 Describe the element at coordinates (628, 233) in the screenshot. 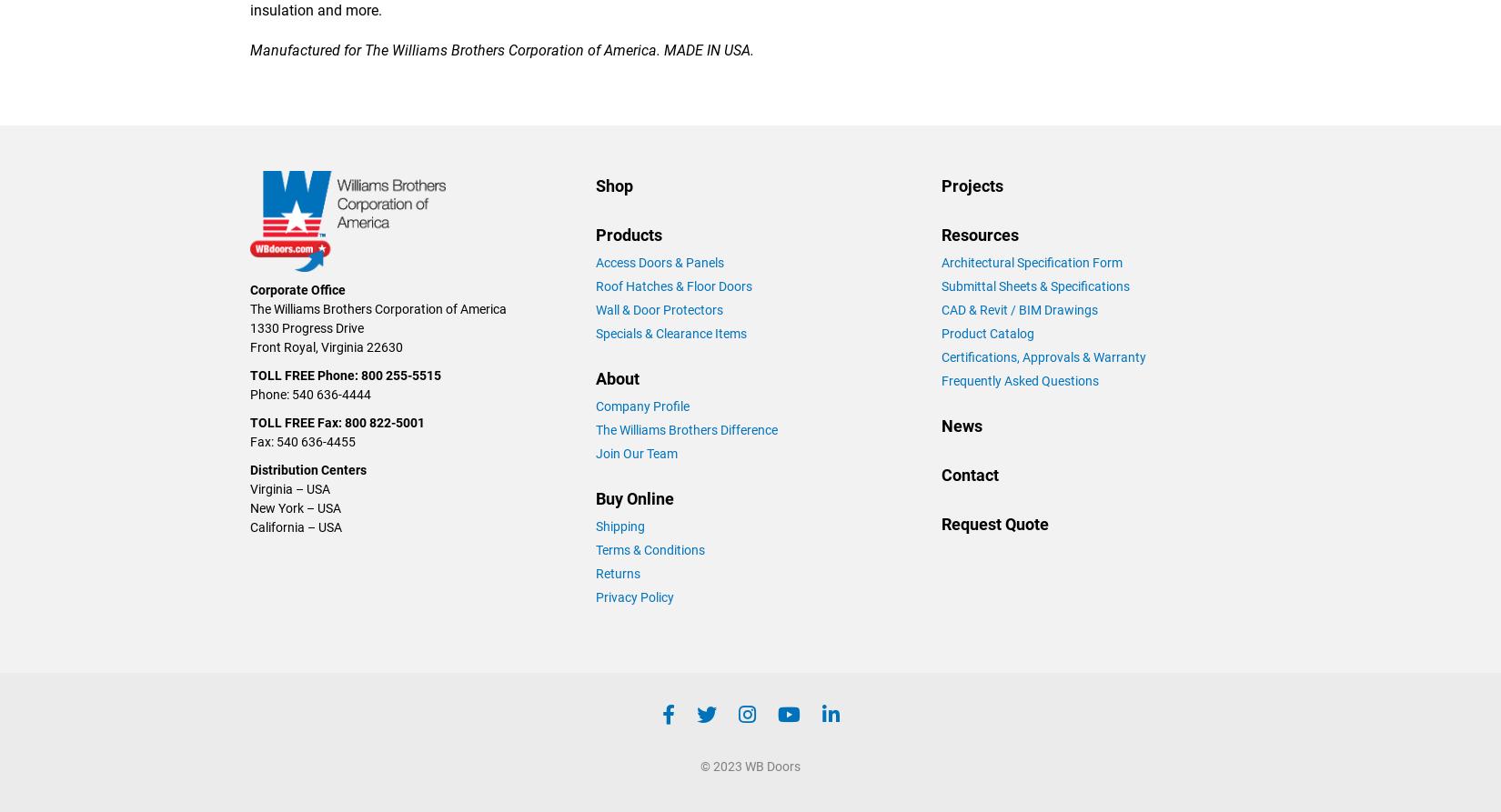

I see `'Products'` at that location.